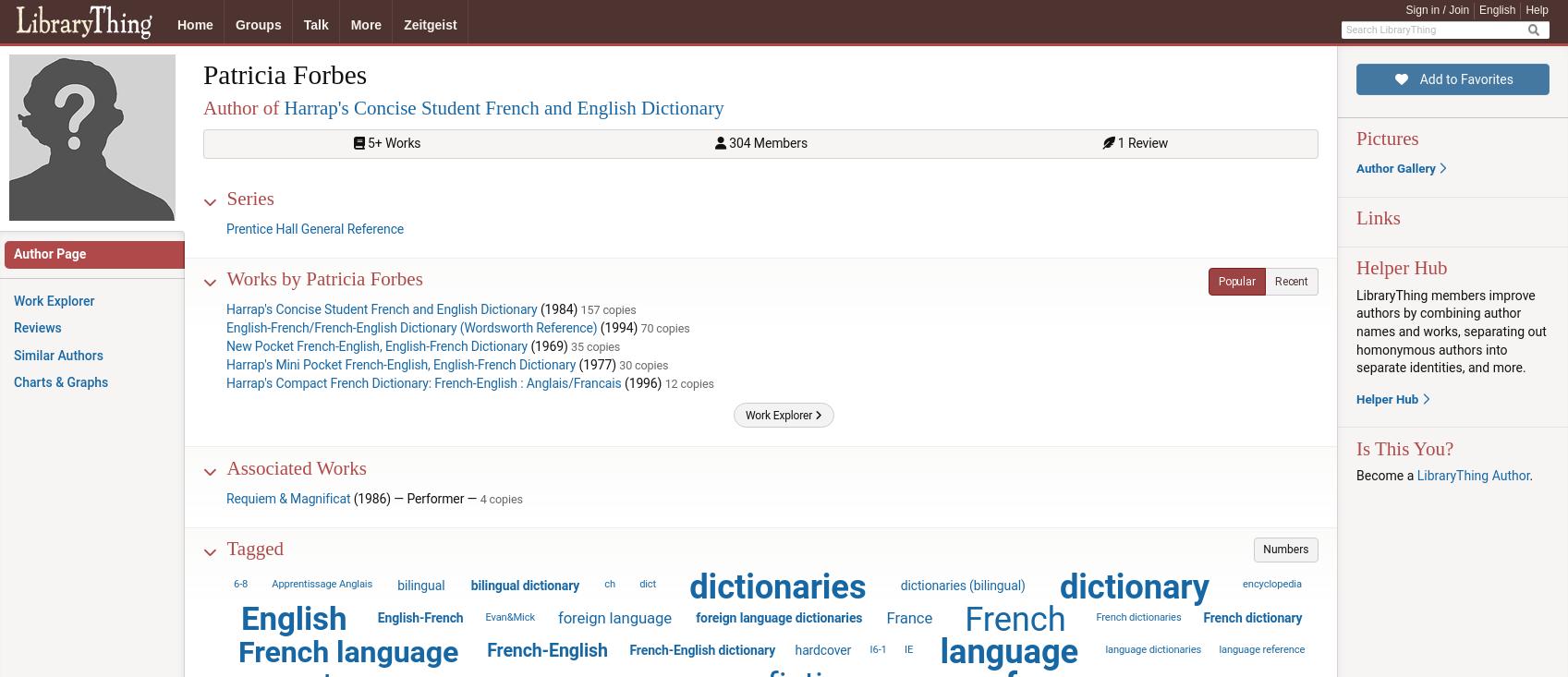 The height and width of the screenshot is (677, 1568). Describe the element at coordinates (1529, 476) in the screenshot. I see `'.'` at that location.